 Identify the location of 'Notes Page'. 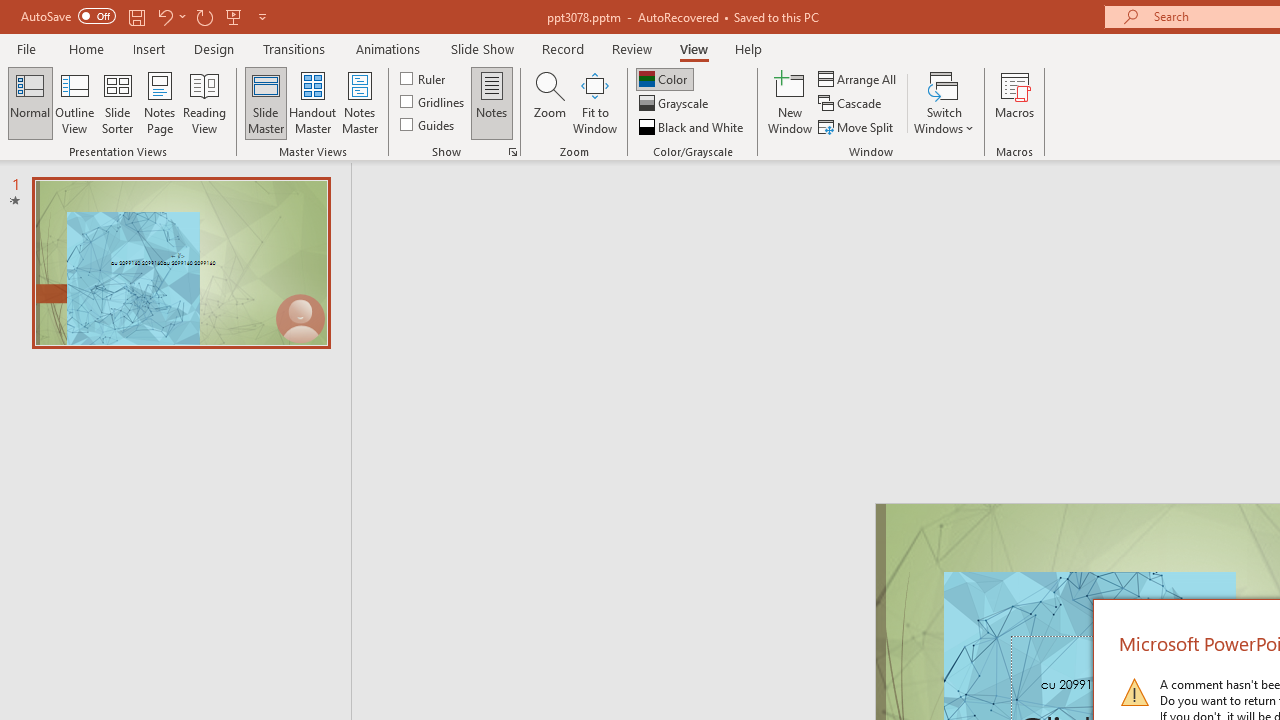
(160, 103).